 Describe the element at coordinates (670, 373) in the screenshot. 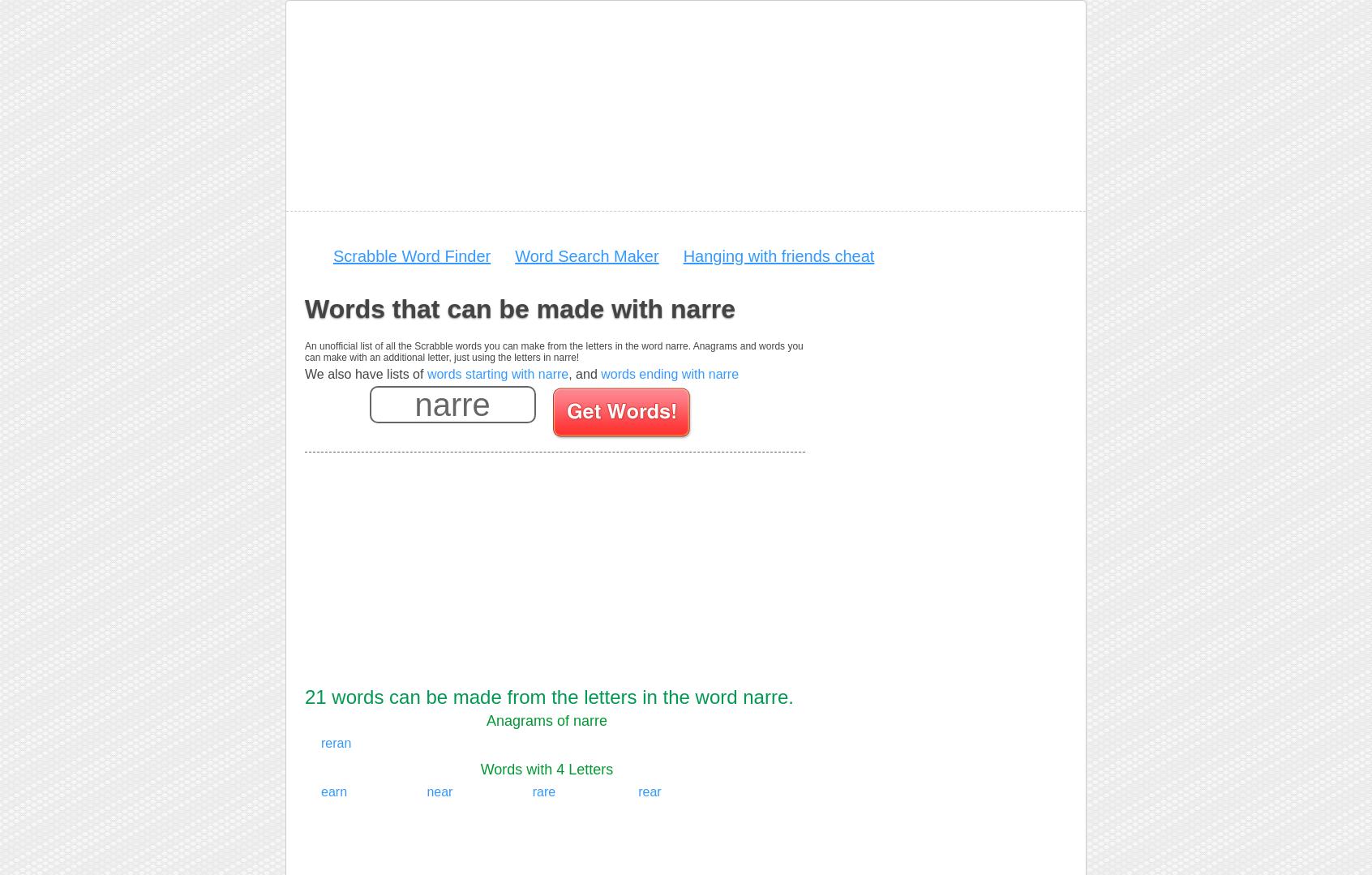

I see `'words ending with narre'` at that location.